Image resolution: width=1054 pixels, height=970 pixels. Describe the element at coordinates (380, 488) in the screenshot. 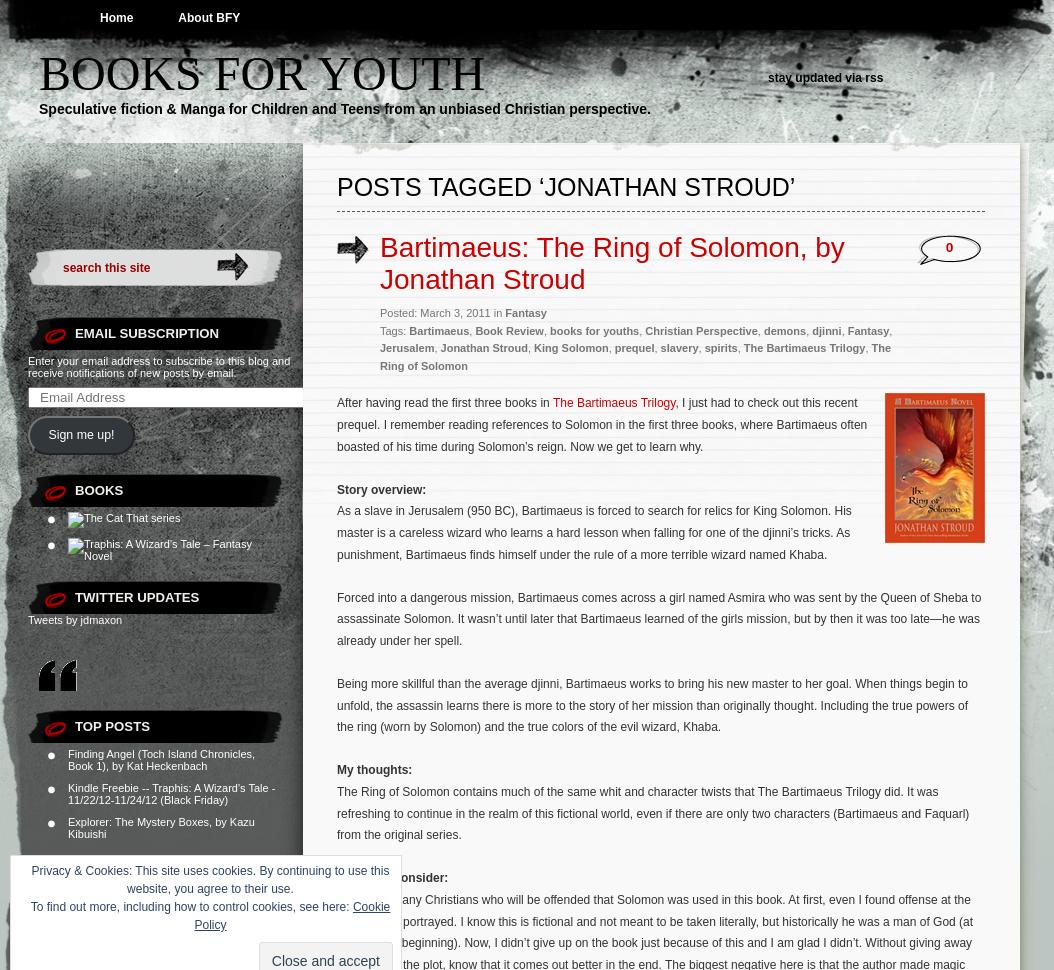

I see `'Story overview:'` at that location.